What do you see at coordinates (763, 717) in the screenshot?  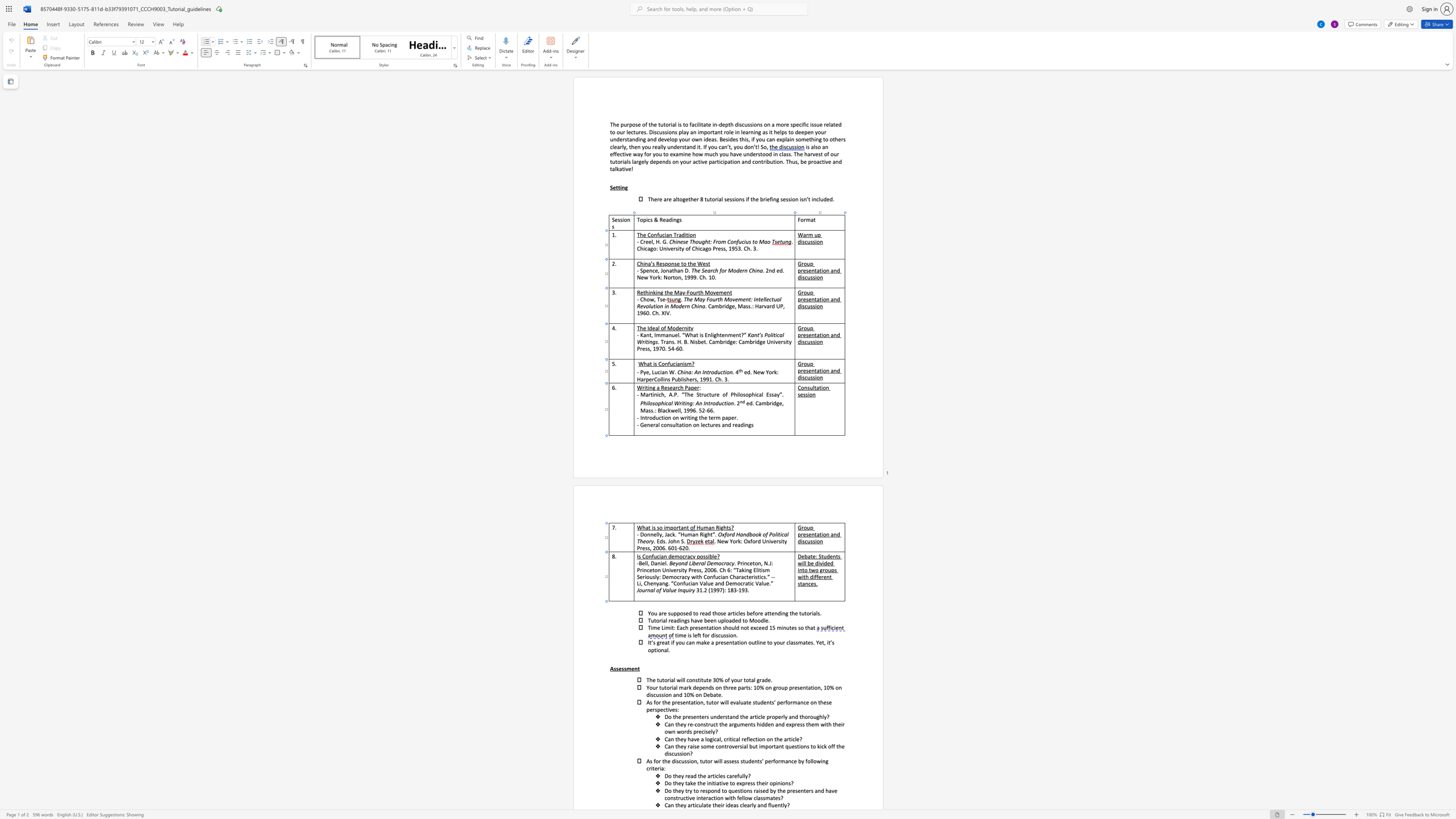 I see `the 7th character "e" in the text` at bounding box center [763, 717].